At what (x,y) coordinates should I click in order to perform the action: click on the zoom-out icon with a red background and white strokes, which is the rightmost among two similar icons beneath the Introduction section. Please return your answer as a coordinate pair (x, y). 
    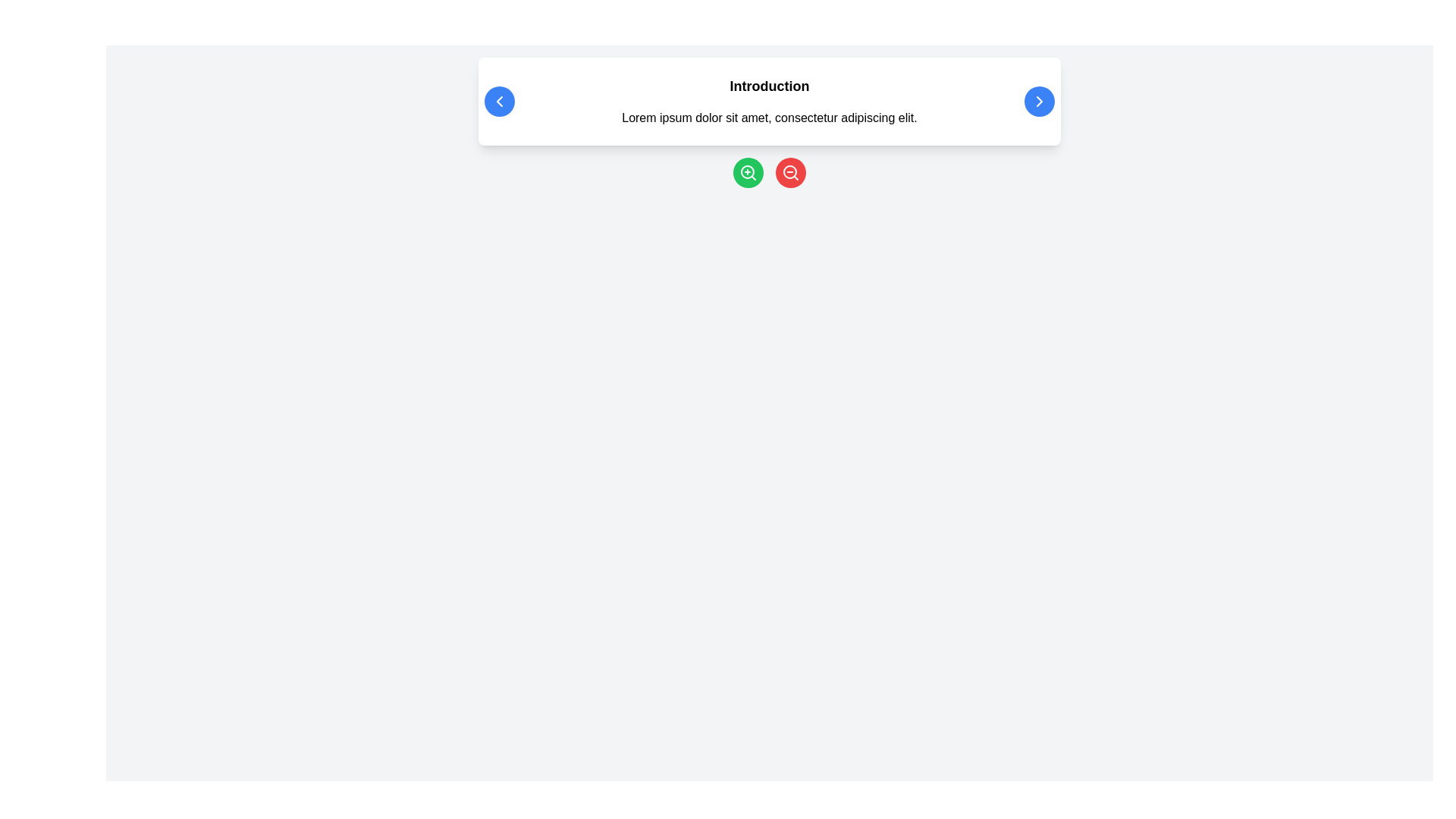
    Looking at the image, I should click on (789, 171).